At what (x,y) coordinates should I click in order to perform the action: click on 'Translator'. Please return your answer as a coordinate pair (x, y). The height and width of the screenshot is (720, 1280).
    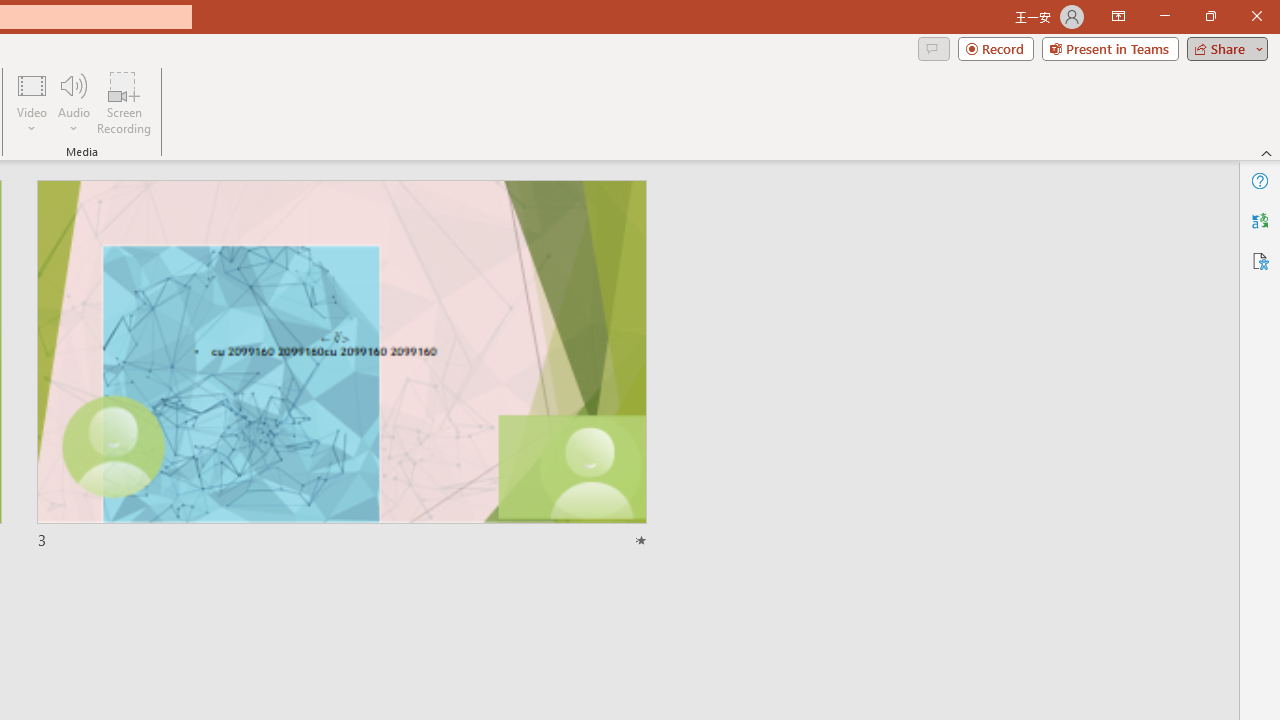
    Looking at the image, I should click on (1259, 221).